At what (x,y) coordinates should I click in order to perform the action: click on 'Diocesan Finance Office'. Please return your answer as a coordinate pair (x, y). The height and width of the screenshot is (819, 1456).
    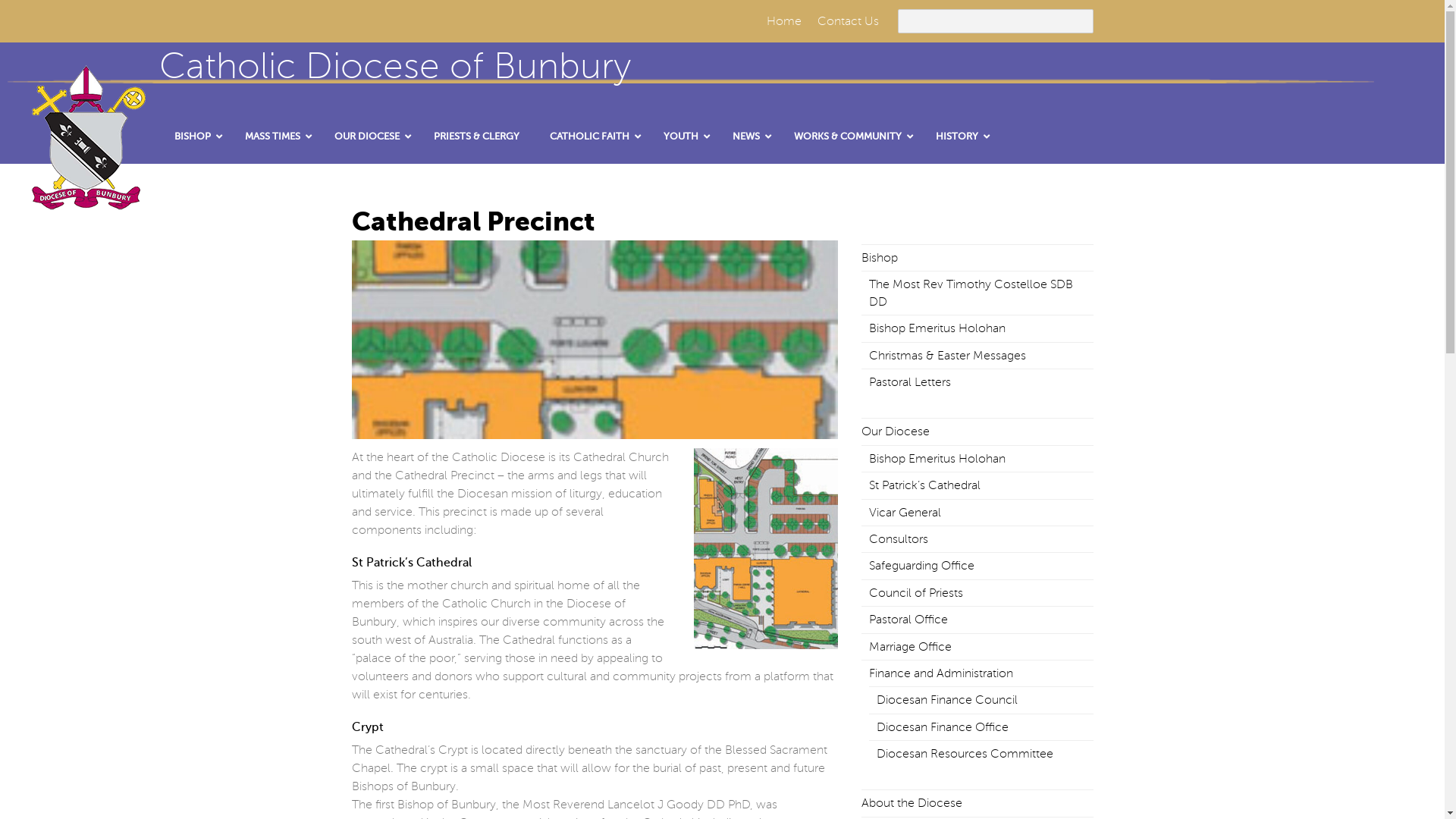
    Looking at the image, I should click on (877, 726).